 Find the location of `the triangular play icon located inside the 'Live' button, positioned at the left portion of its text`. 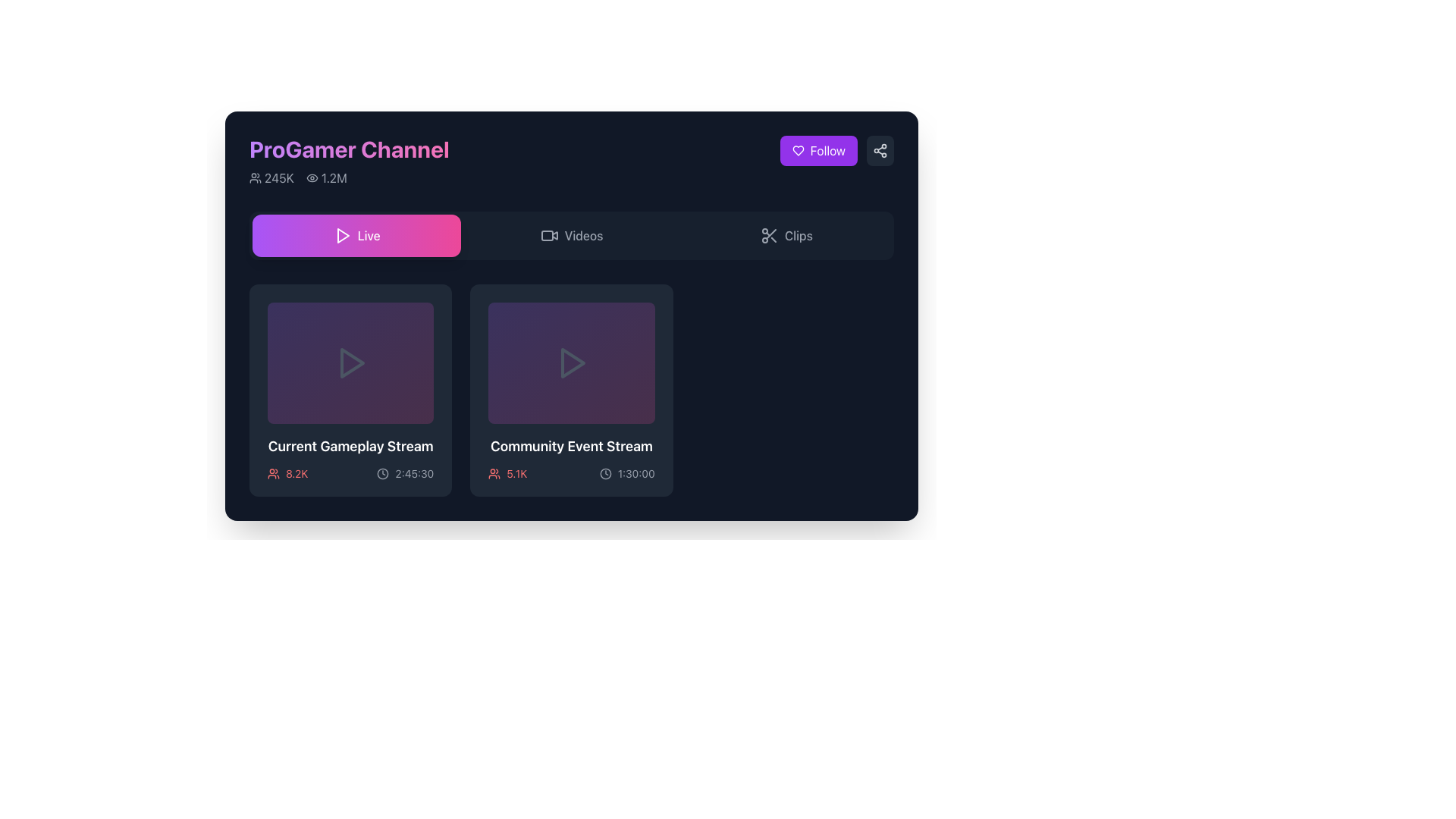

the triangular play icon located inside the 'Live' button, positioned at the left portion of its text is located at coordinates (341, 236).